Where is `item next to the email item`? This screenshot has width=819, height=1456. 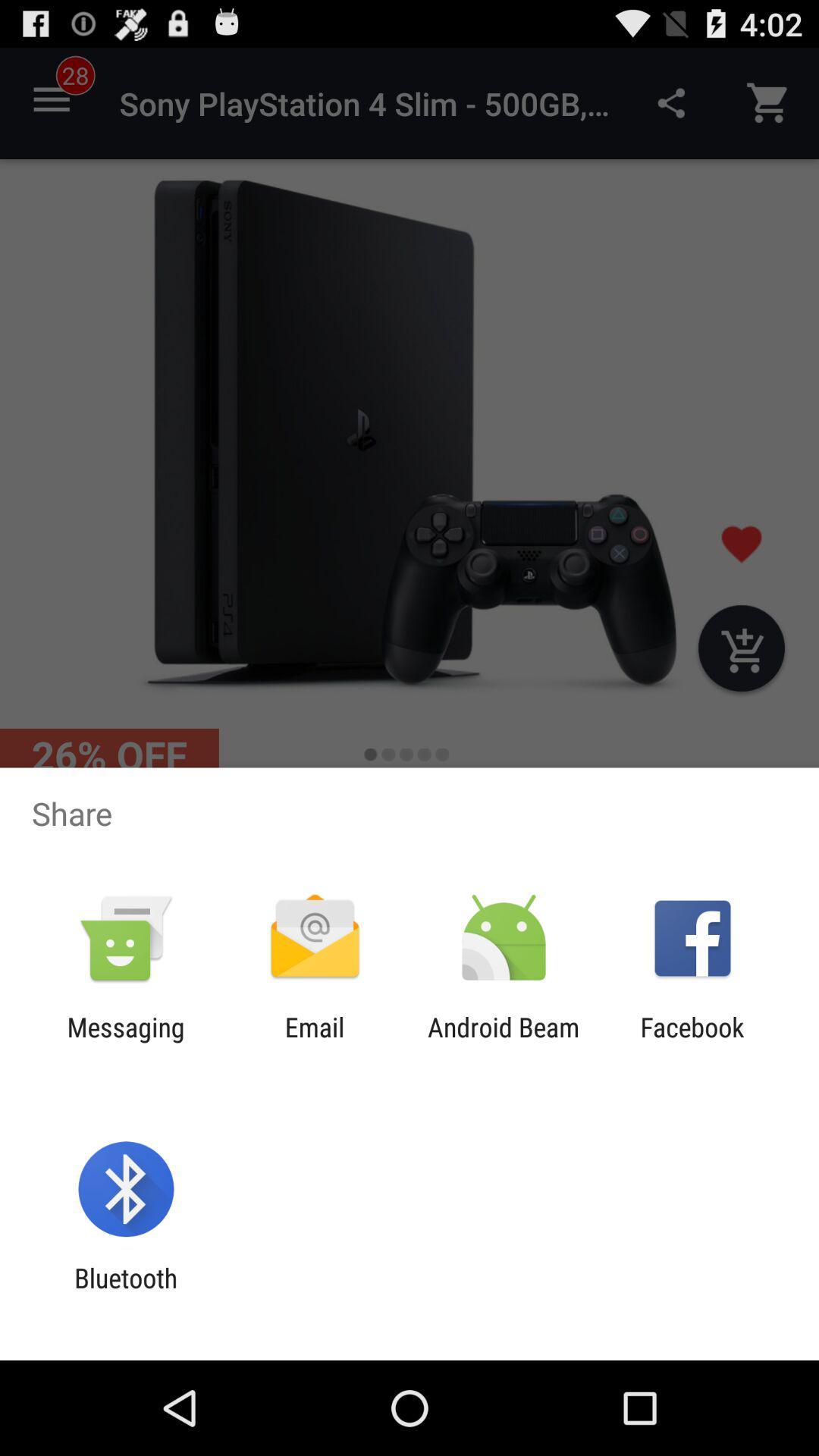 item next to the email item is located at coordinates (504, 1042).